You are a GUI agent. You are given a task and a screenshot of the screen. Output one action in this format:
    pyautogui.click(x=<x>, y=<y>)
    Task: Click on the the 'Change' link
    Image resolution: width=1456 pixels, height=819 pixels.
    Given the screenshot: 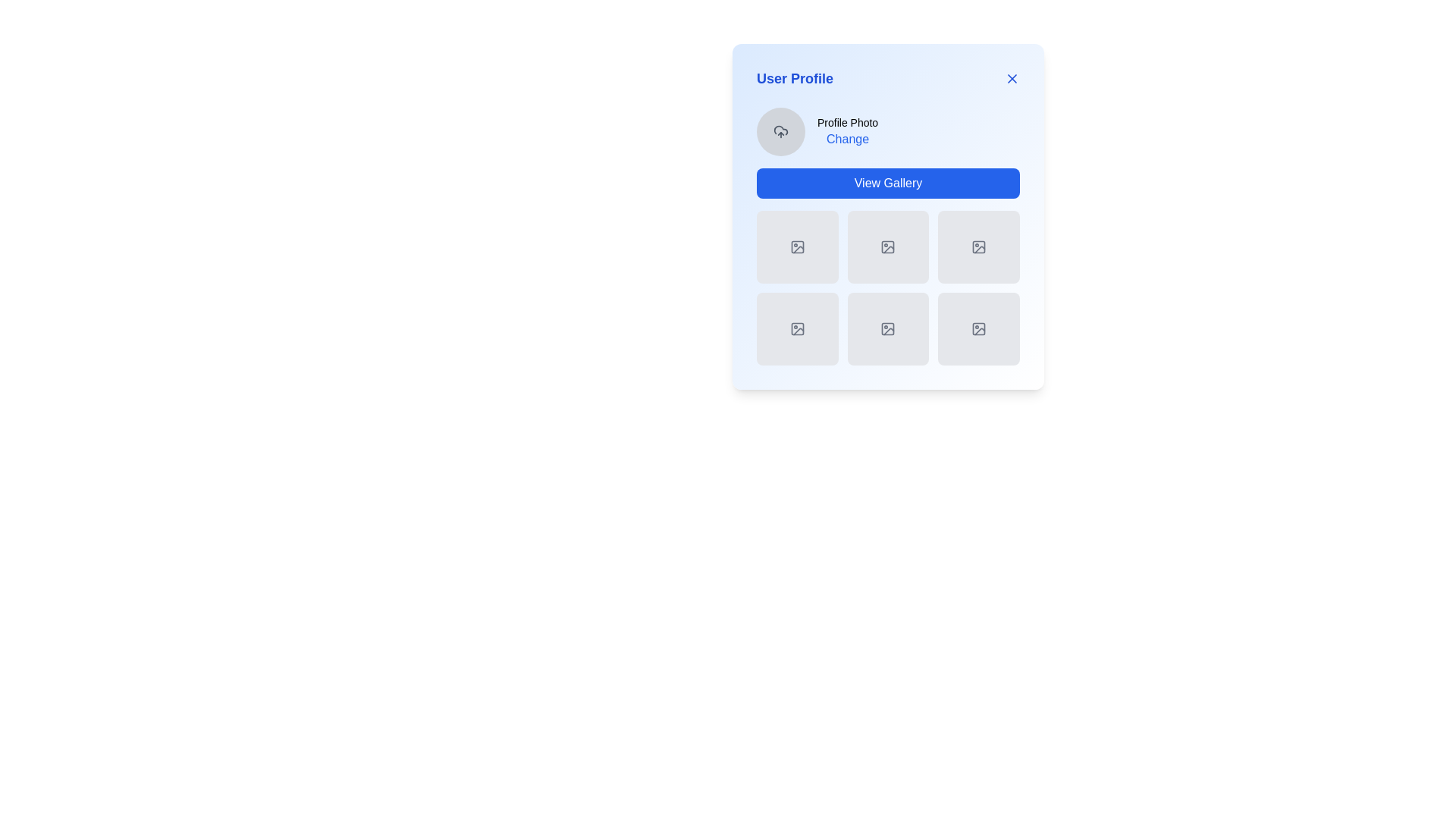 What is the action you would take?
    pyautogui.click(x=888, y=130)
    